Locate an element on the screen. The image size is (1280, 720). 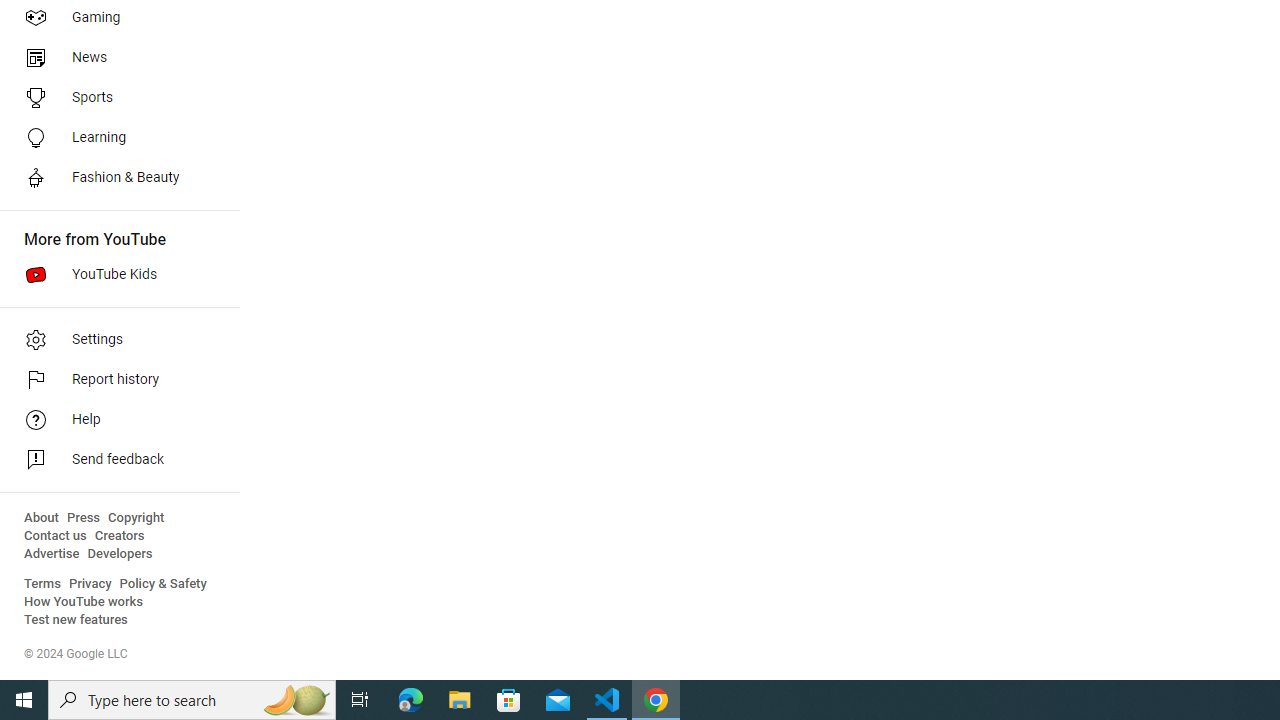
'Copyright' is located at coordinates (135, 517).